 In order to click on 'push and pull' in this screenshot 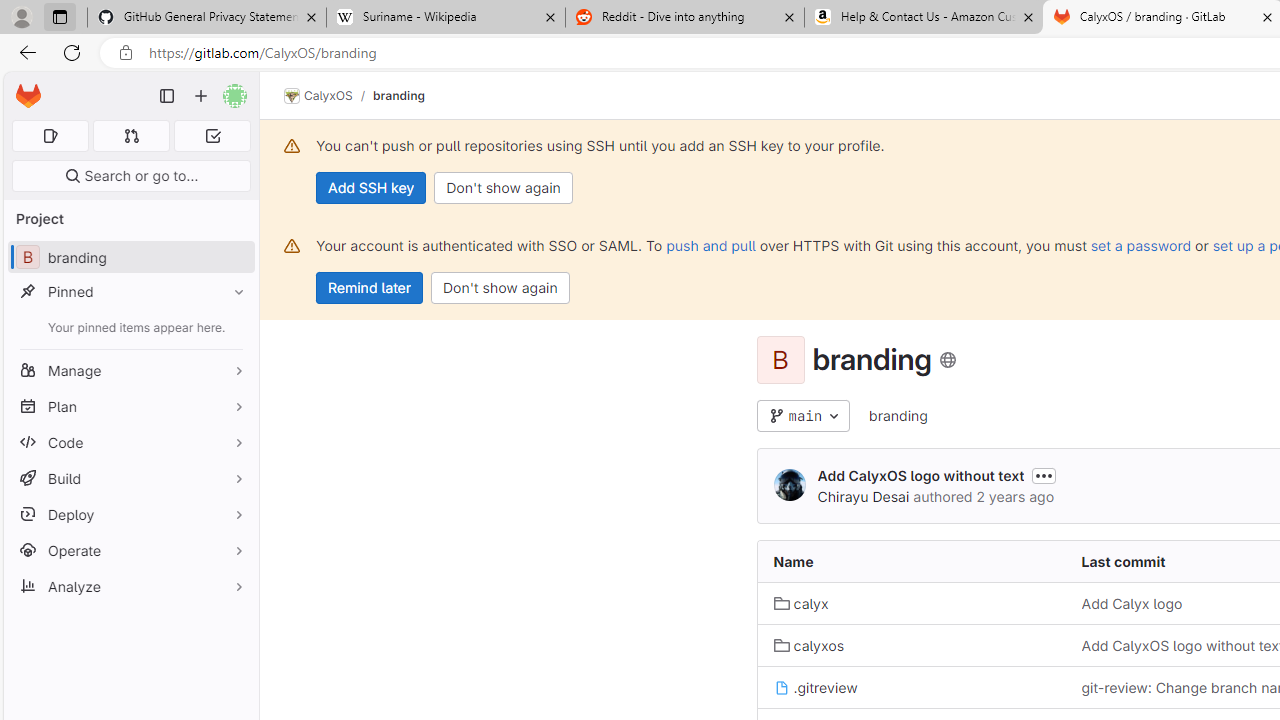, I will do `click(711, 244)`.